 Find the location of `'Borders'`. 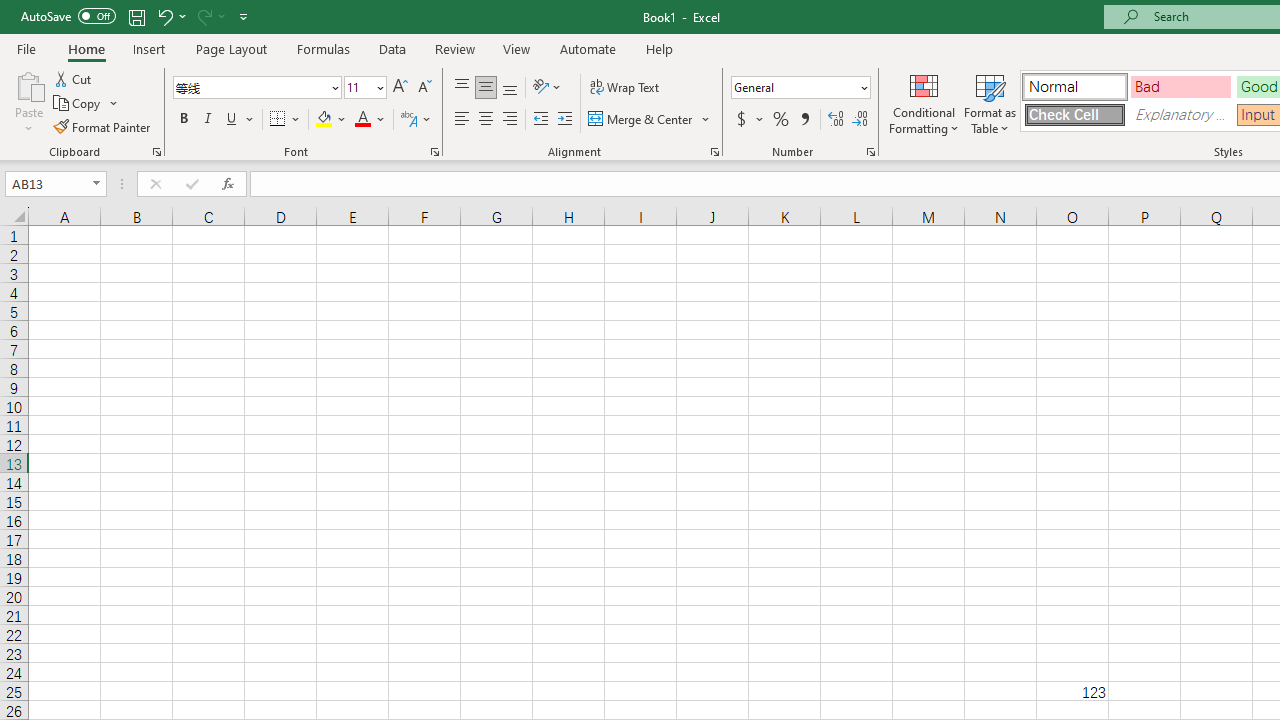

'Borders' is located at coordinates (285, 119).